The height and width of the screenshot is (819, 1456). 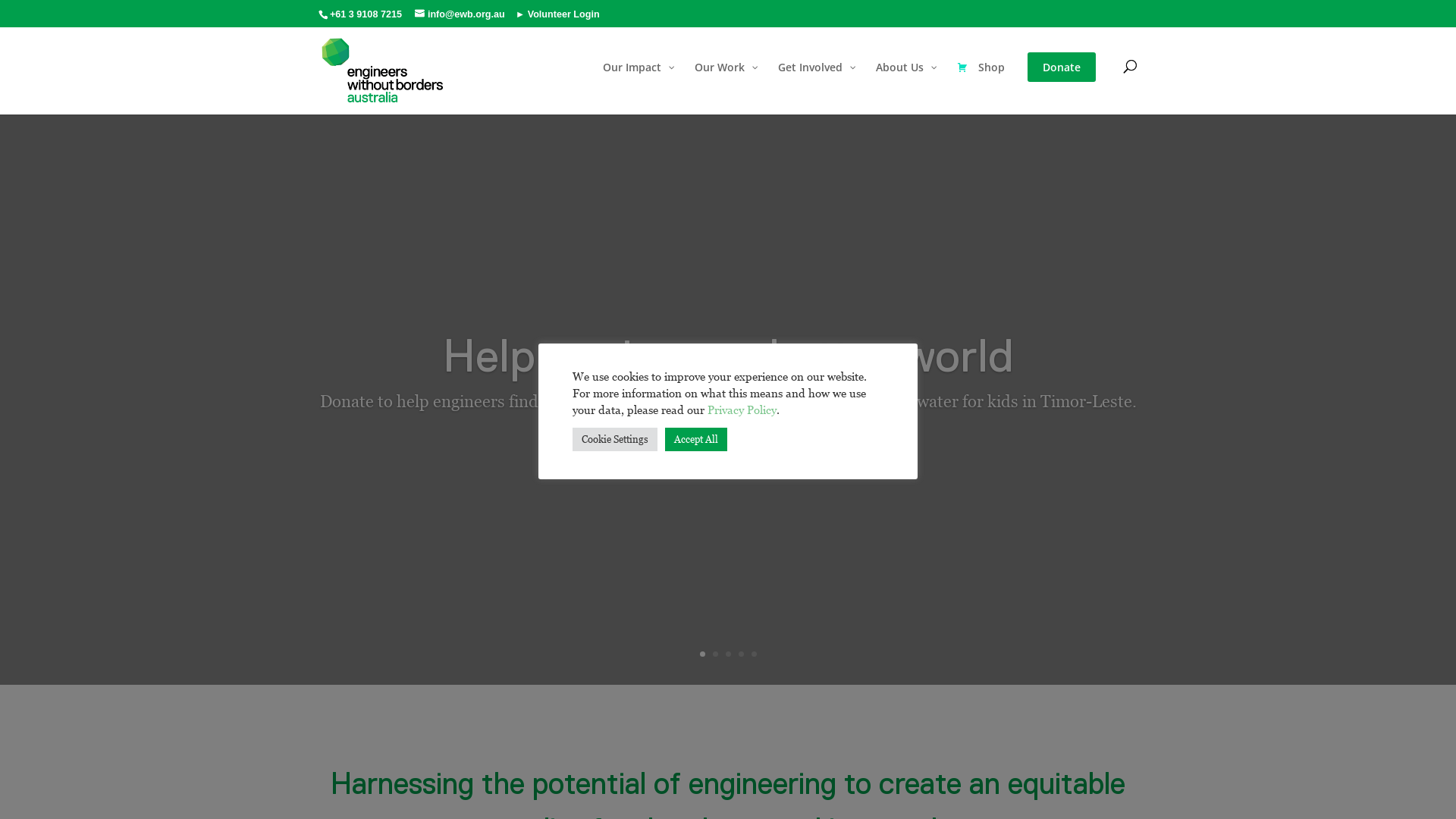 I want to click on 'info@ewb.org.au', so click(x=459, y=12).